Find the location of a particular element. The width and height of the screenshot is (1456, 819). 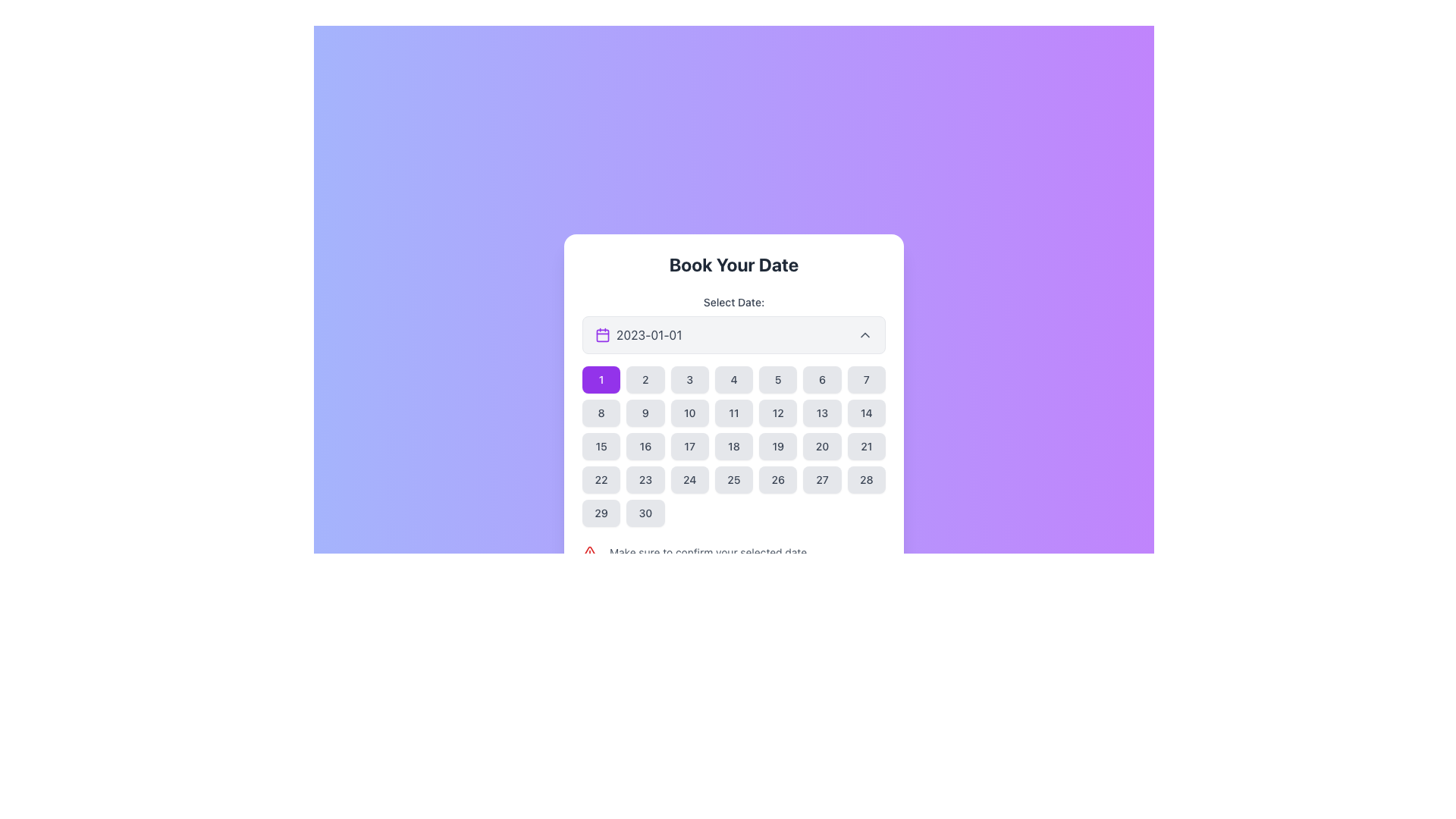

the rectangular button labeled '21' is located at coordinates (866, 446).